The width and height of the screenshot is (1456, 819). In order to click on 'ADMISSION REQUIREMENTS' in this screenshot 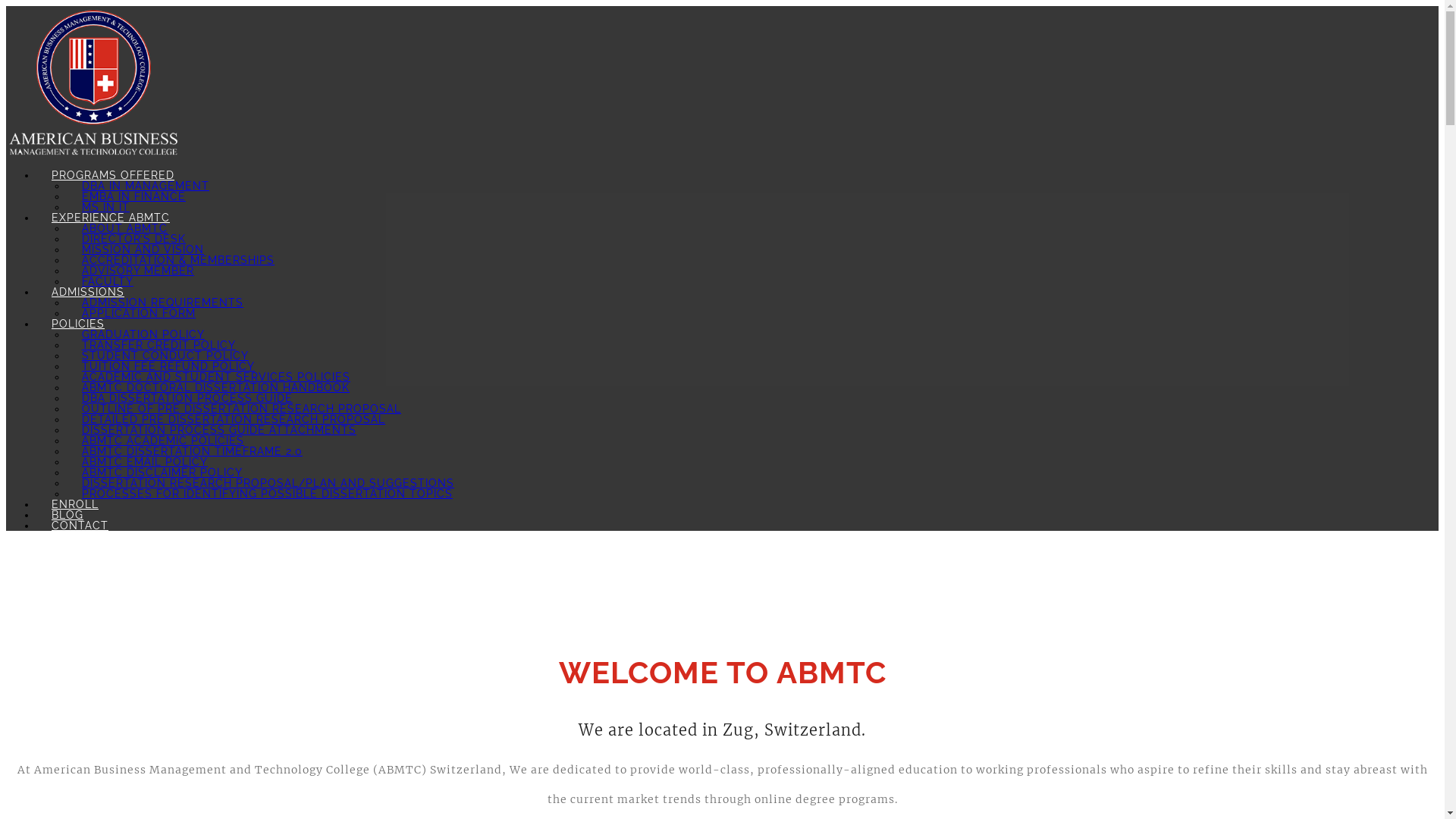, I will do `click(162, 302)`.